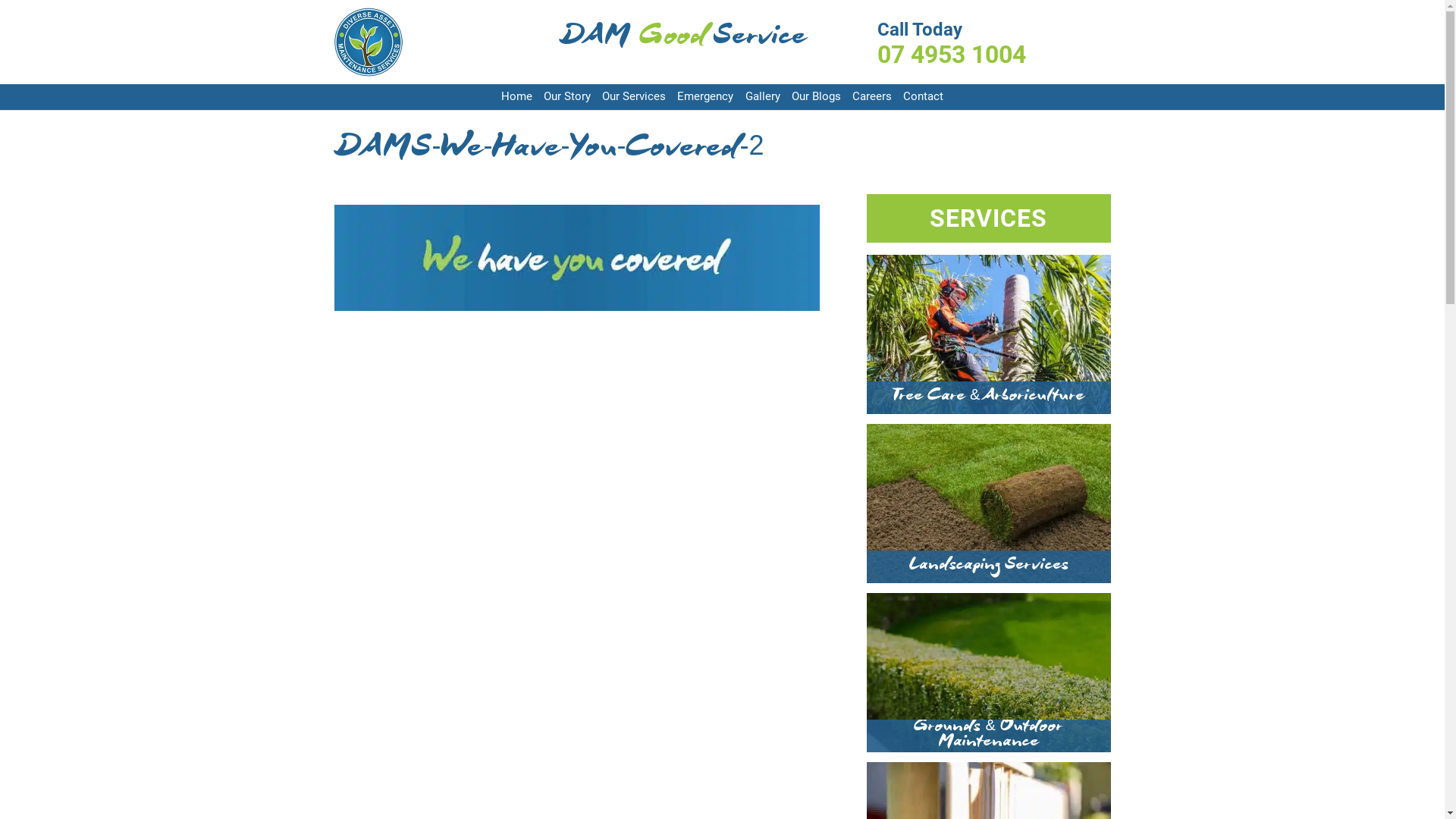  Describe the element at coordinates (516, 97) in the screenshot. I see `'Home'` at that location.